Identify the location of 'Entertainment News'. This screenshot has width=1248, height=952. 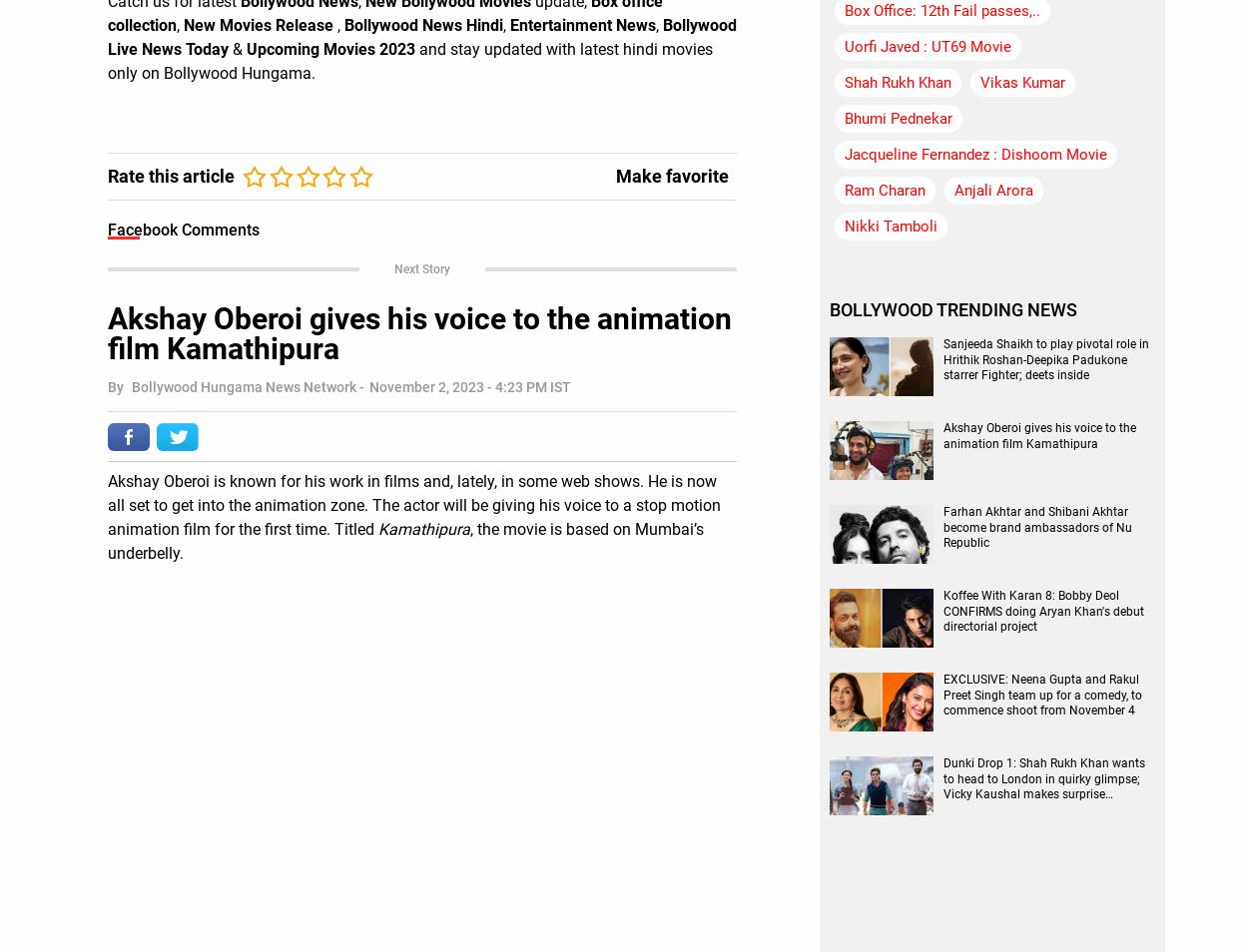
(582, 23).